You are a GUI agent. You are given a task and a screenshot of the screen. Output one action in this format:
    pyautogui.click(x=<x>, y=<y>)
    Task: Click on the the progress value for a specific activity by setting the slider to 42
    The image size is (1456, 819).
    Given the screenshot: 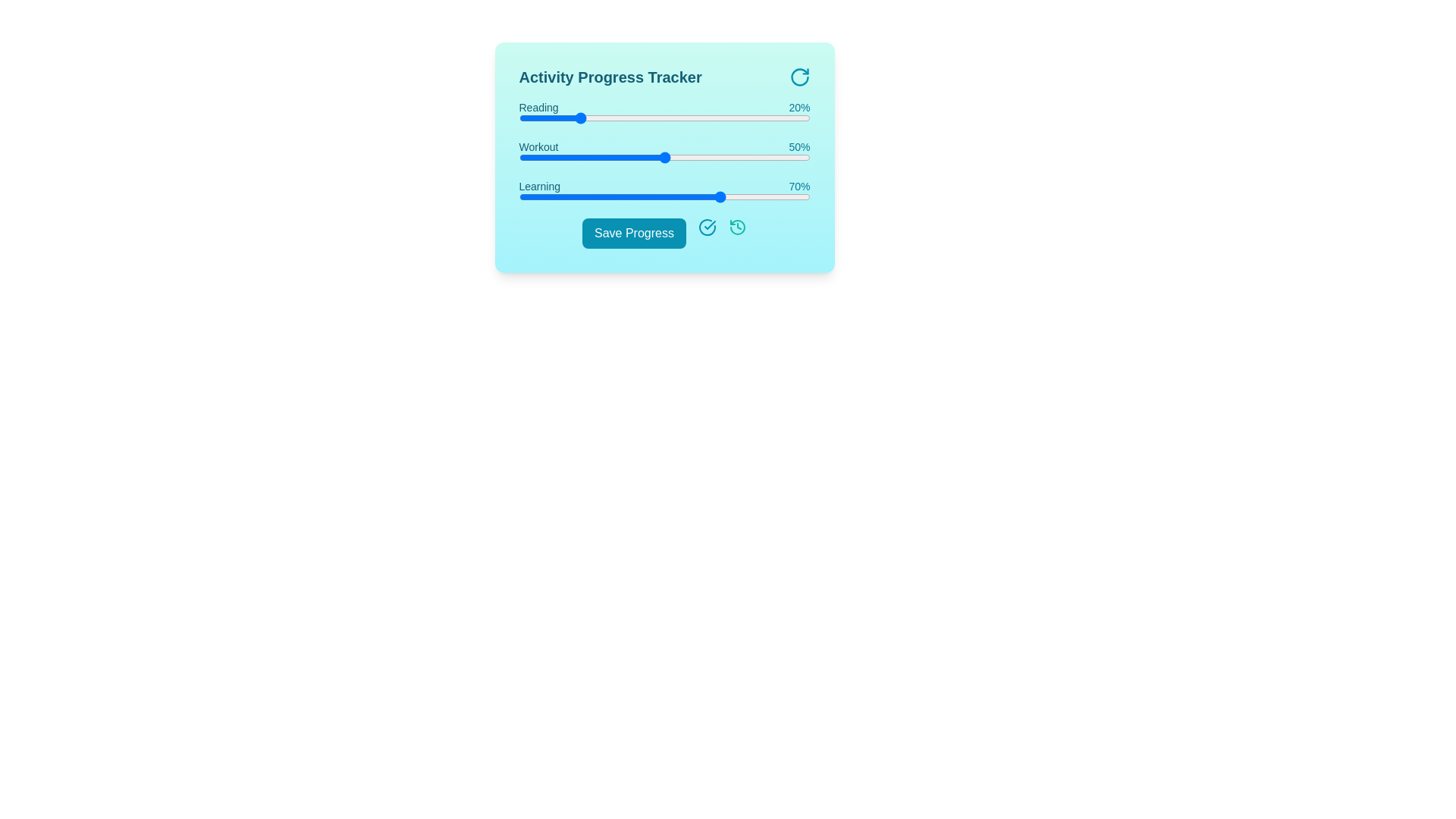 What is the action you would take?
    pyautogui.click(x=641, y=117)
    